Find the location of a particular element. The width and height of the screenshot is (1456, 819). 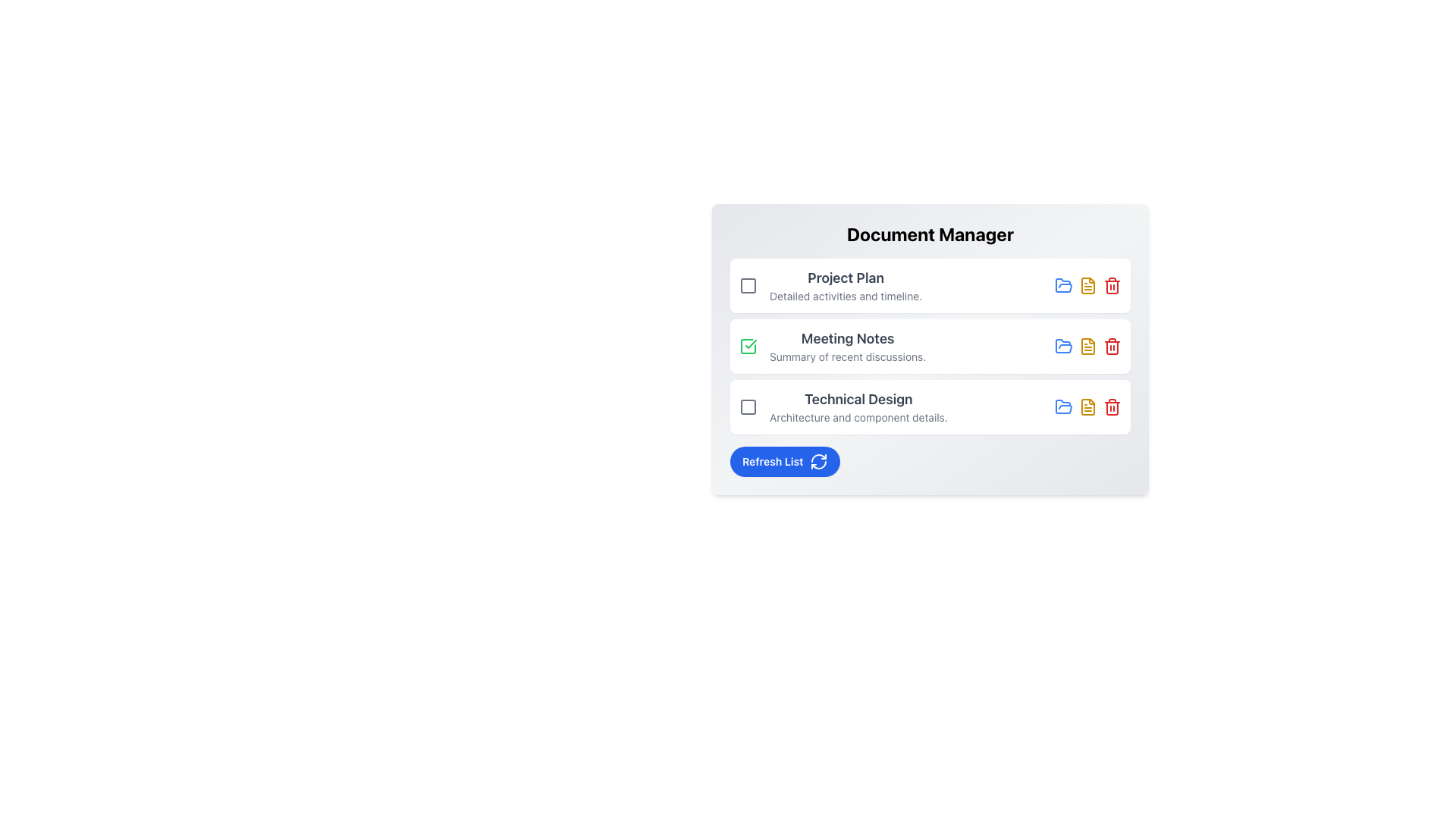

the yellow file icon that serves as an action button for viewing or editing the 'Meeting Notes' document in the Document Manager list is located at coordinates (1087, 346).